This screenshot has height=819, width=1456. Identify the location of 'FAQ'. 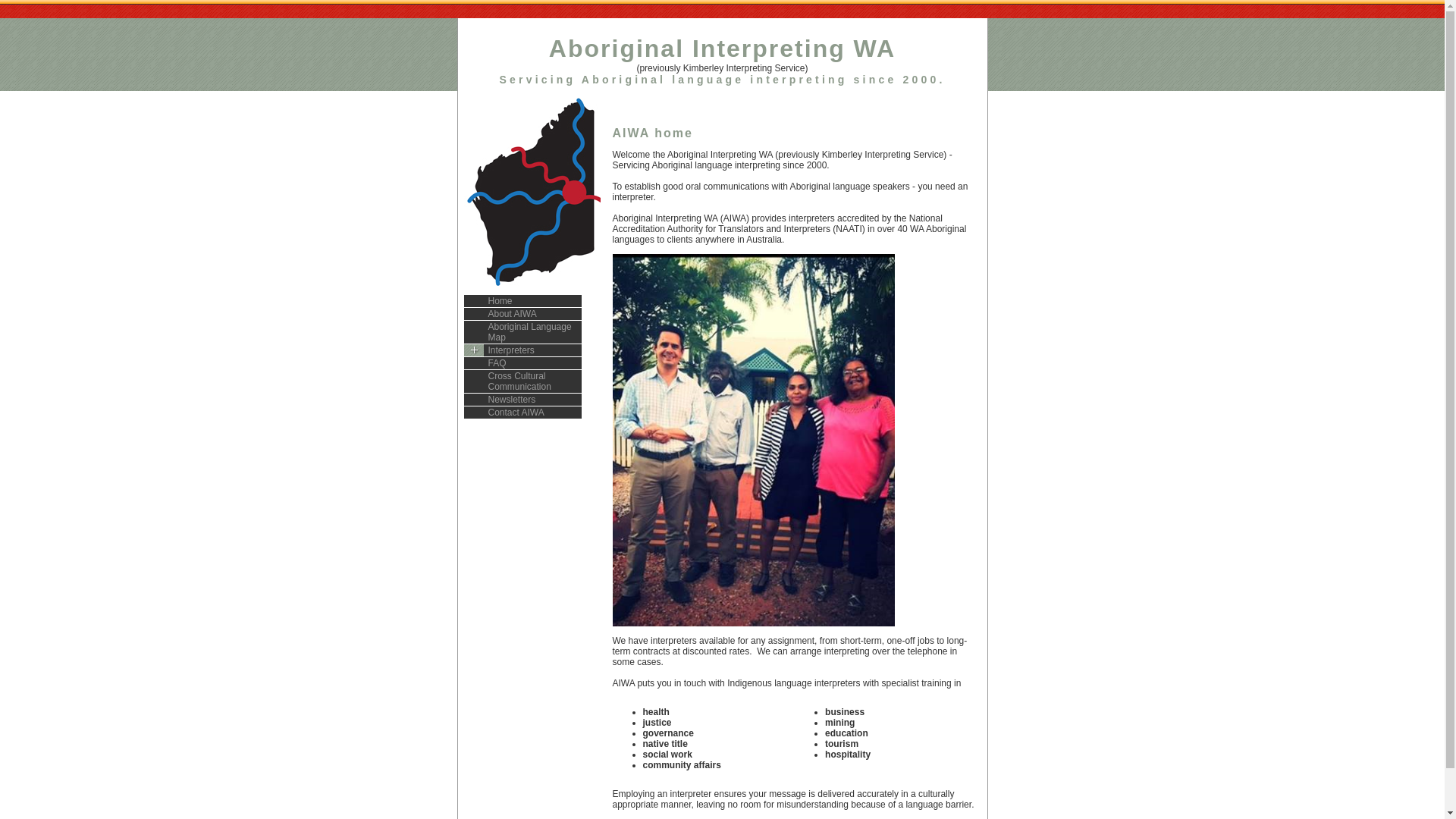
(522, 363).